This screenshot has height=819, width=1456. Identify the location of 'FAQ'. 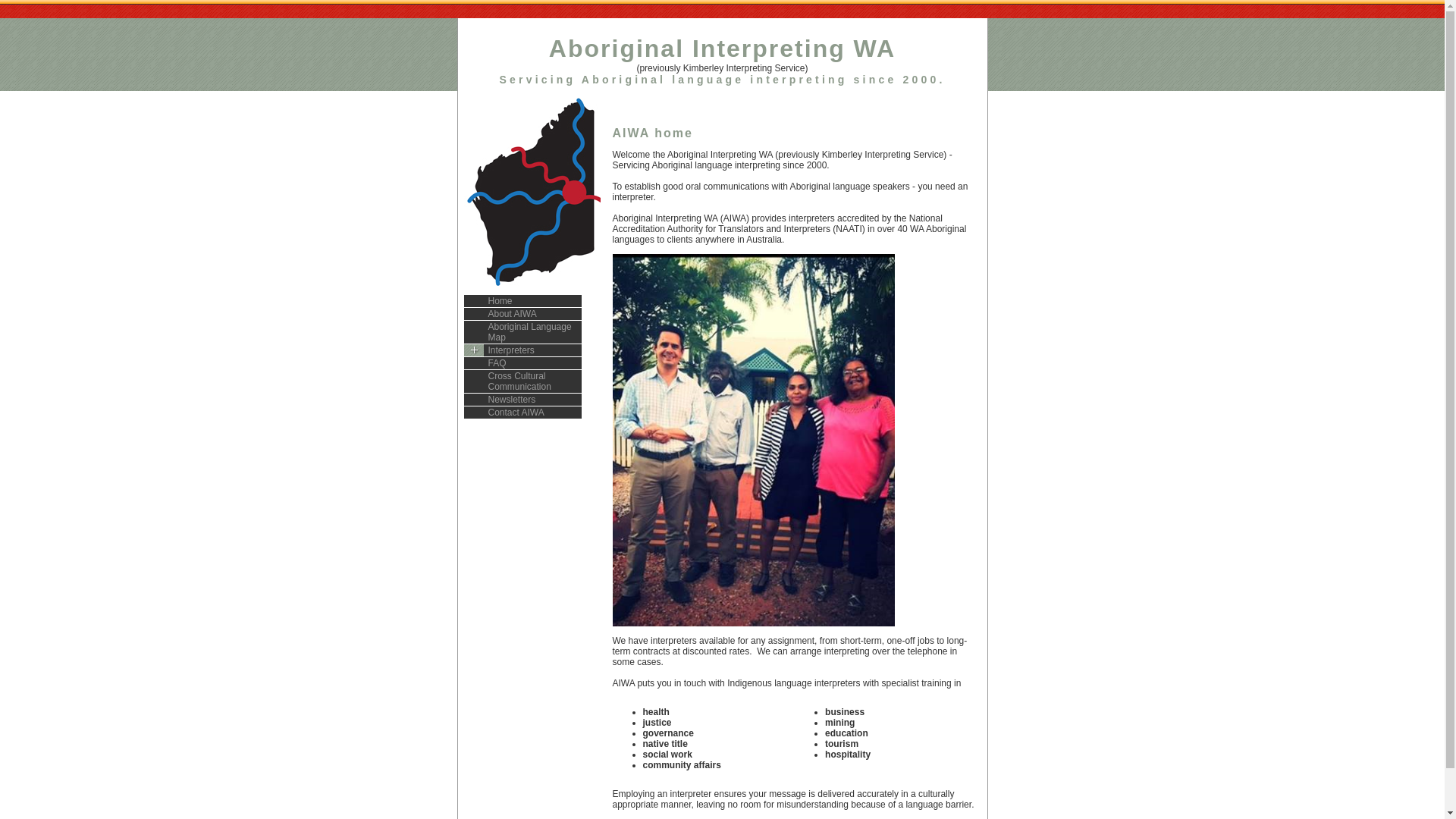
(522, 363).